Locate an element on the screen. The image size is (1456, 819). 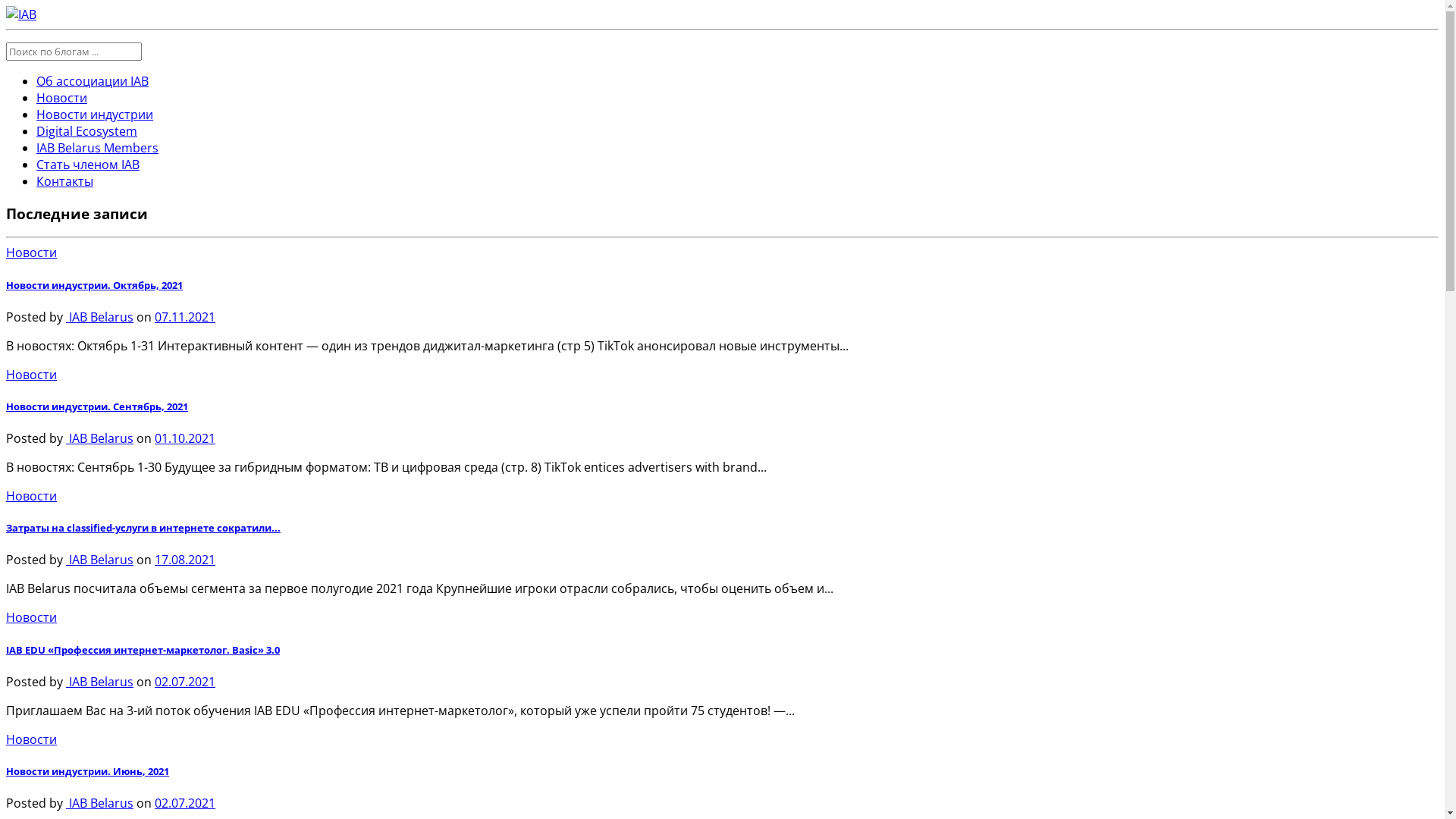
'02.07.2021' is located at coordinates (184, 680).